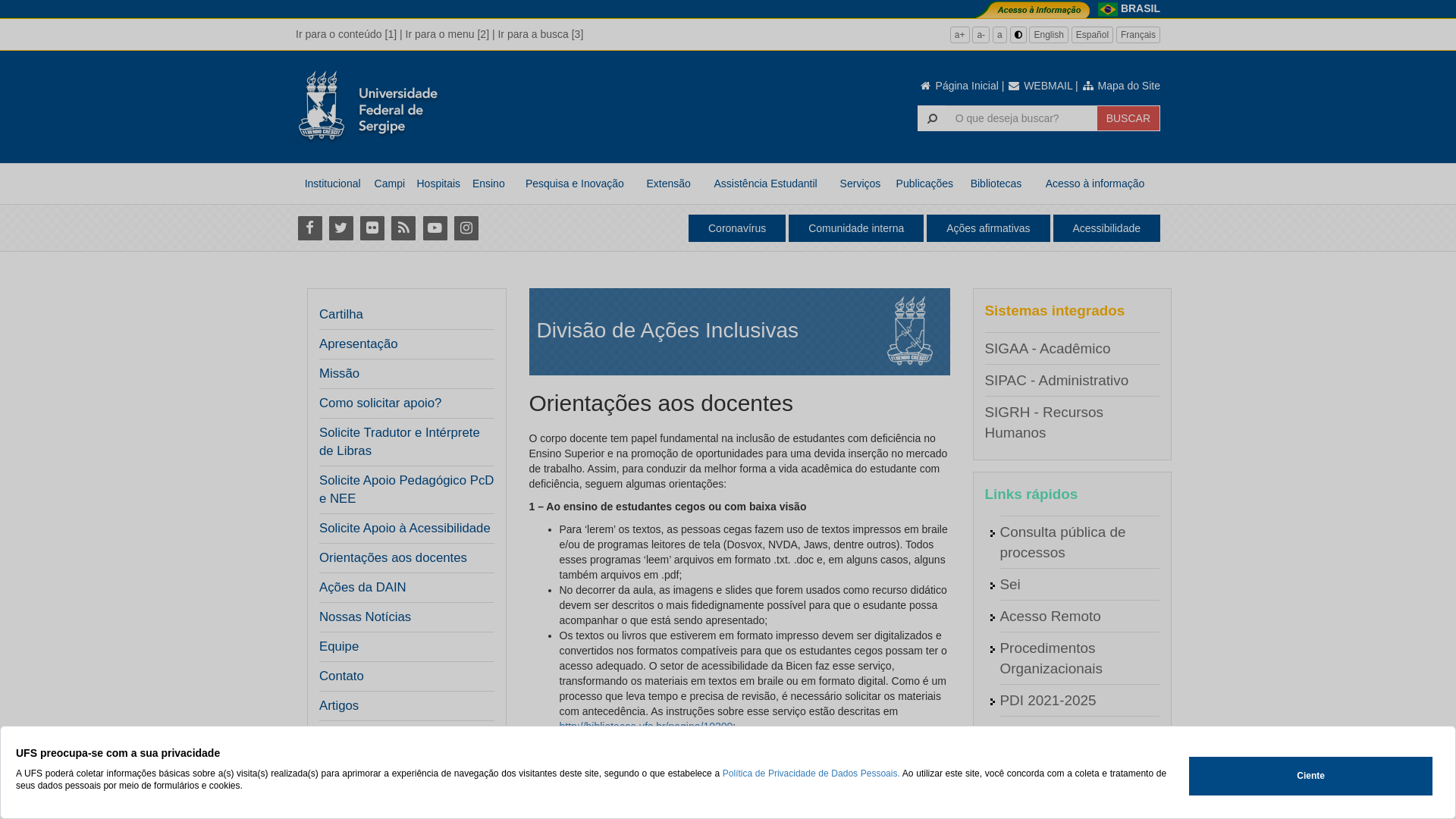 The image size is (1456, 819). I want to click on 'Mapa do Site', so click(1121, 85).